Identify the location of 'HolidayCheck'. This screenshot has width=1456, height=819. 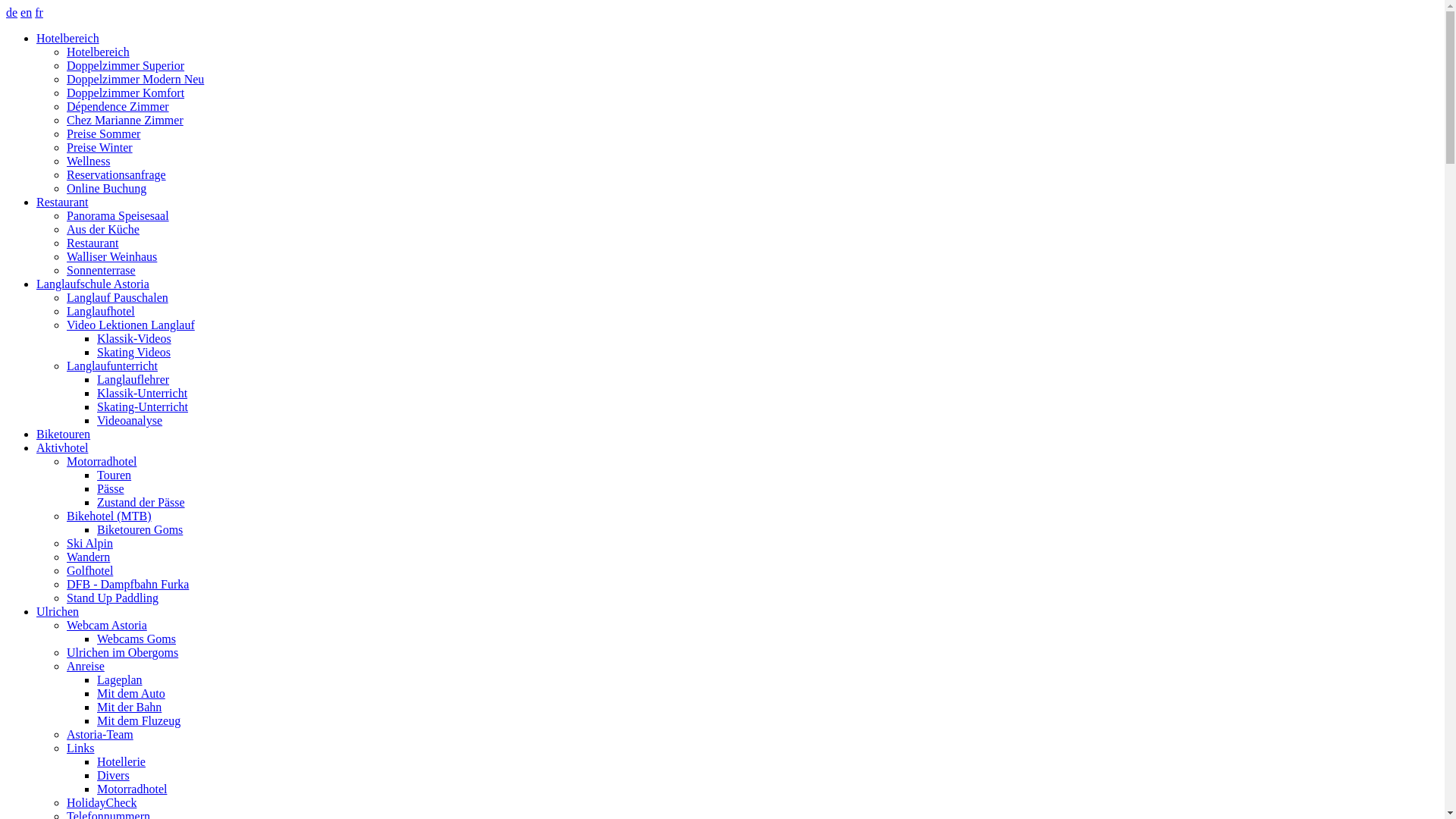
(101, 802).